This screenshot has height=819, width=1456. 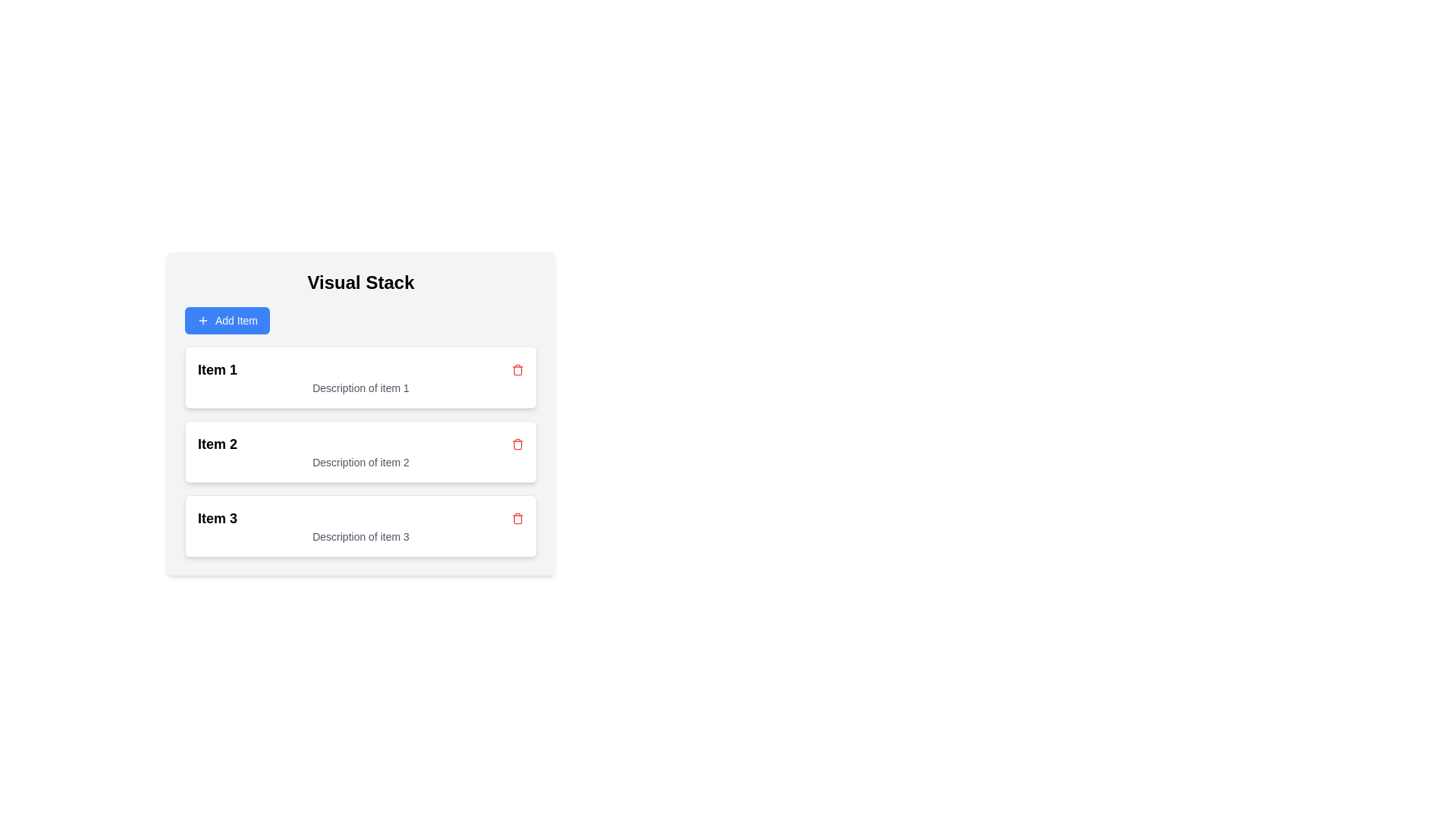 What do you see at coordinates (359, 536) in the screenshot?
I see `the static text displaying 'Description of item 3' in muted gray, located at the bottom of the third card in a stack` at bounding box center [359, 536].